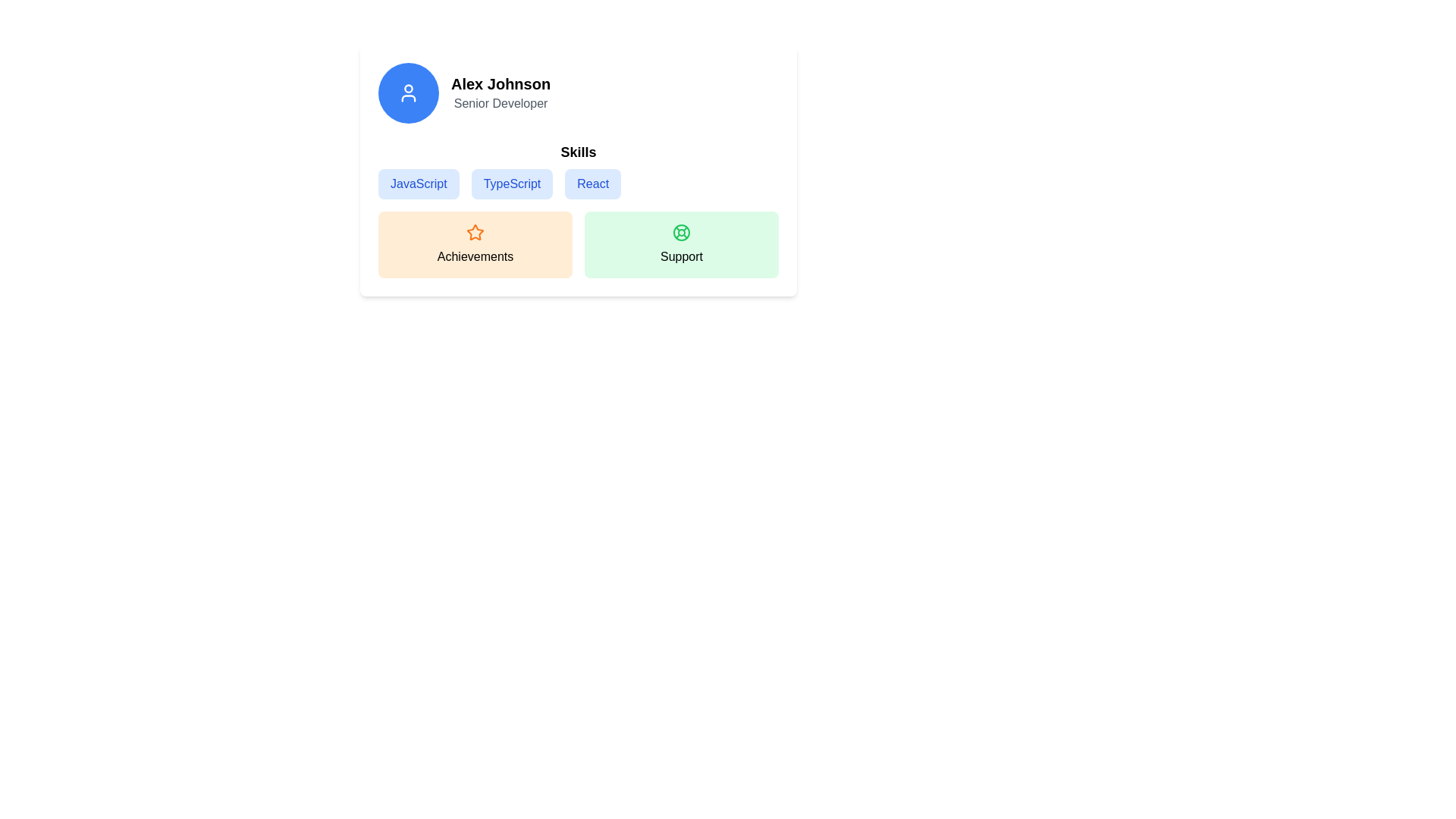  What do you see at coordinates (475, 232) in the screenshot?
I see `the star icon located in the 'Achievements' card in the lower left corner, which signifies achievements or awards` at bounding box center [475, 232].